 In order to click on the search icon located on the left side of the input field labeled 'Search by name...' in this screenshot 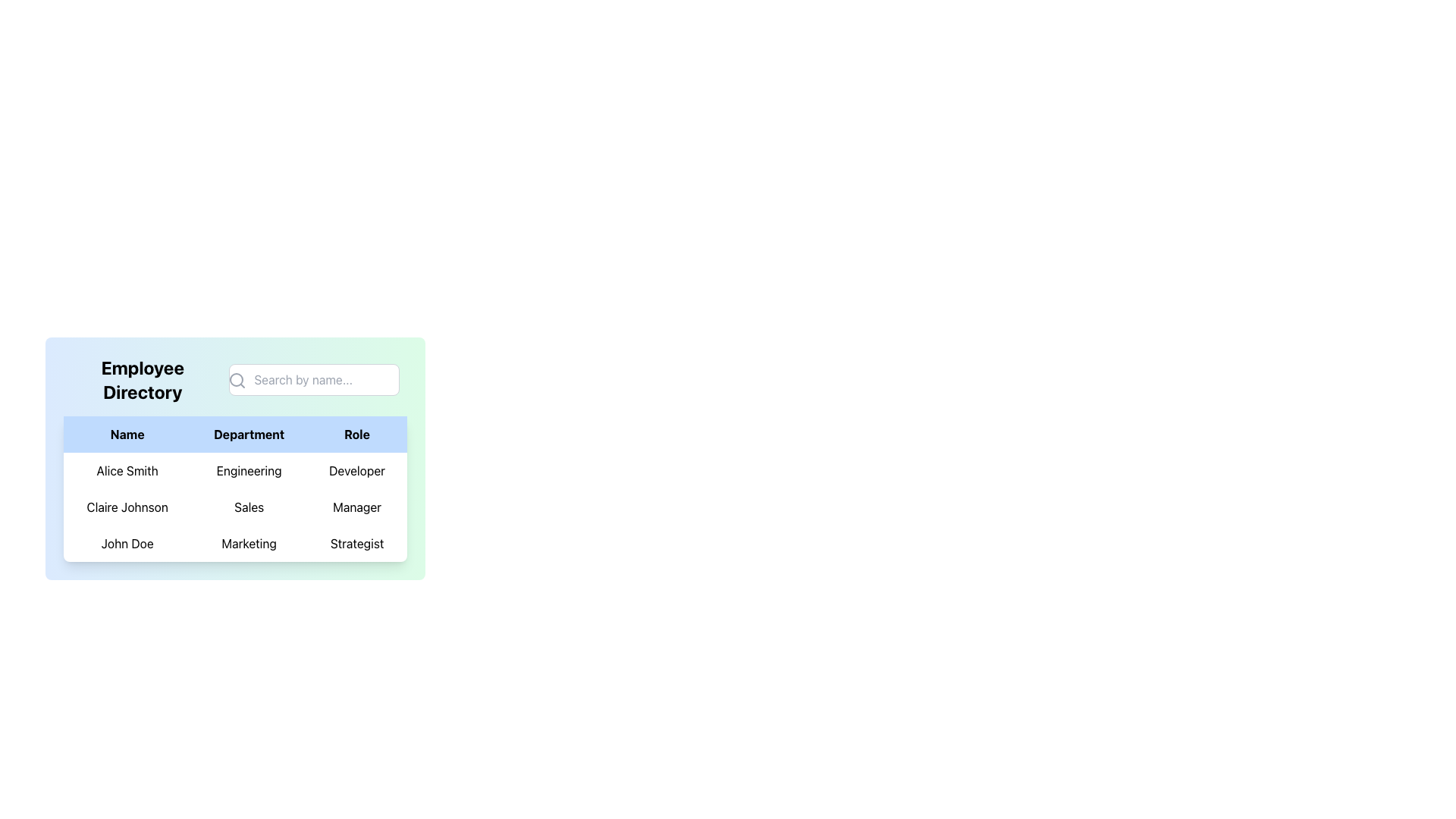, I will do `click(236, 379)`.